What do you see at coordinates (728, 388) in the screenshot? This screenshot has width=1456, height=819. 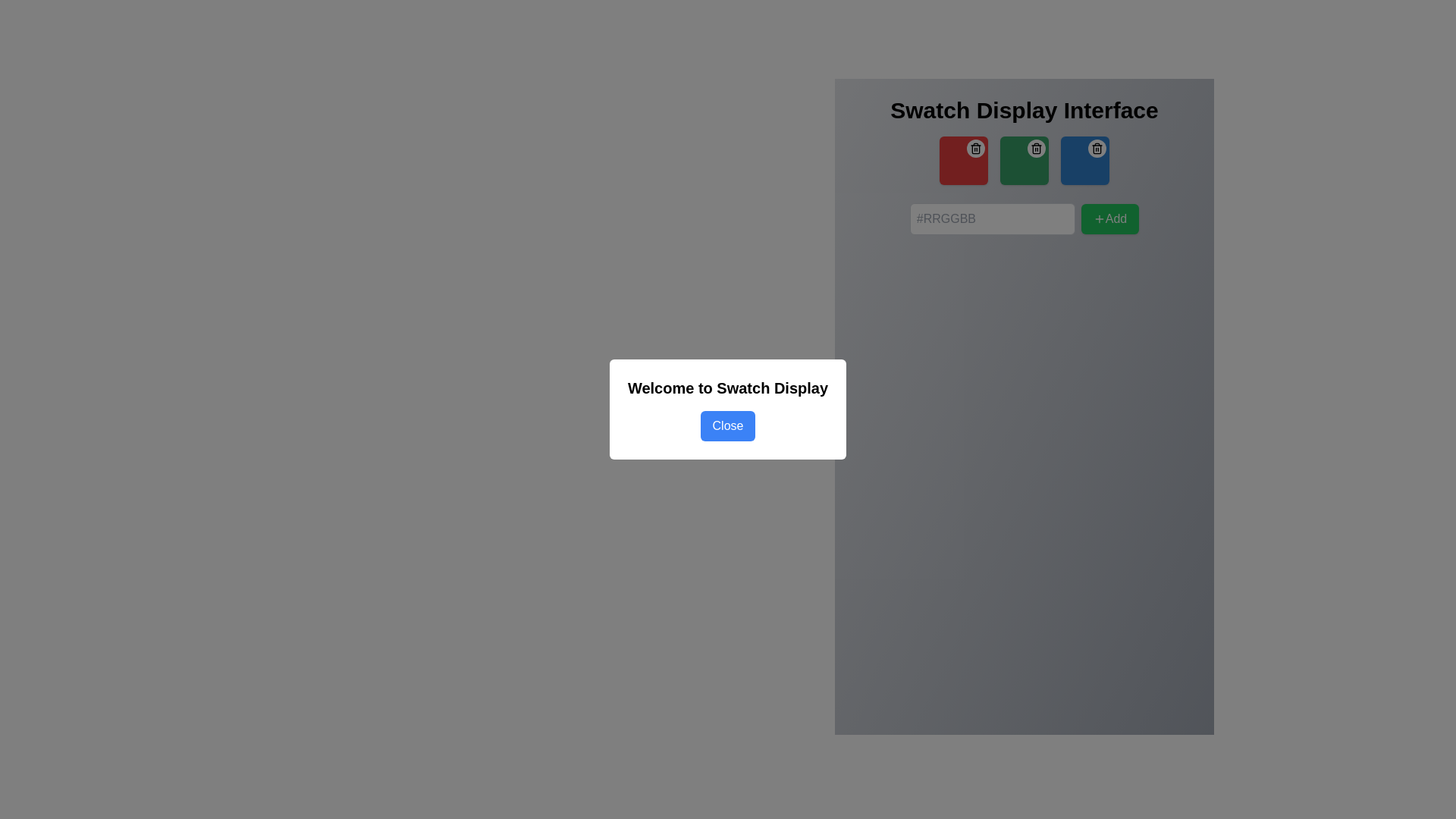 I see `the heading element that introduces the content of the modal dialog, located above the blue 'Close' button` at bounding box center [728, 388].